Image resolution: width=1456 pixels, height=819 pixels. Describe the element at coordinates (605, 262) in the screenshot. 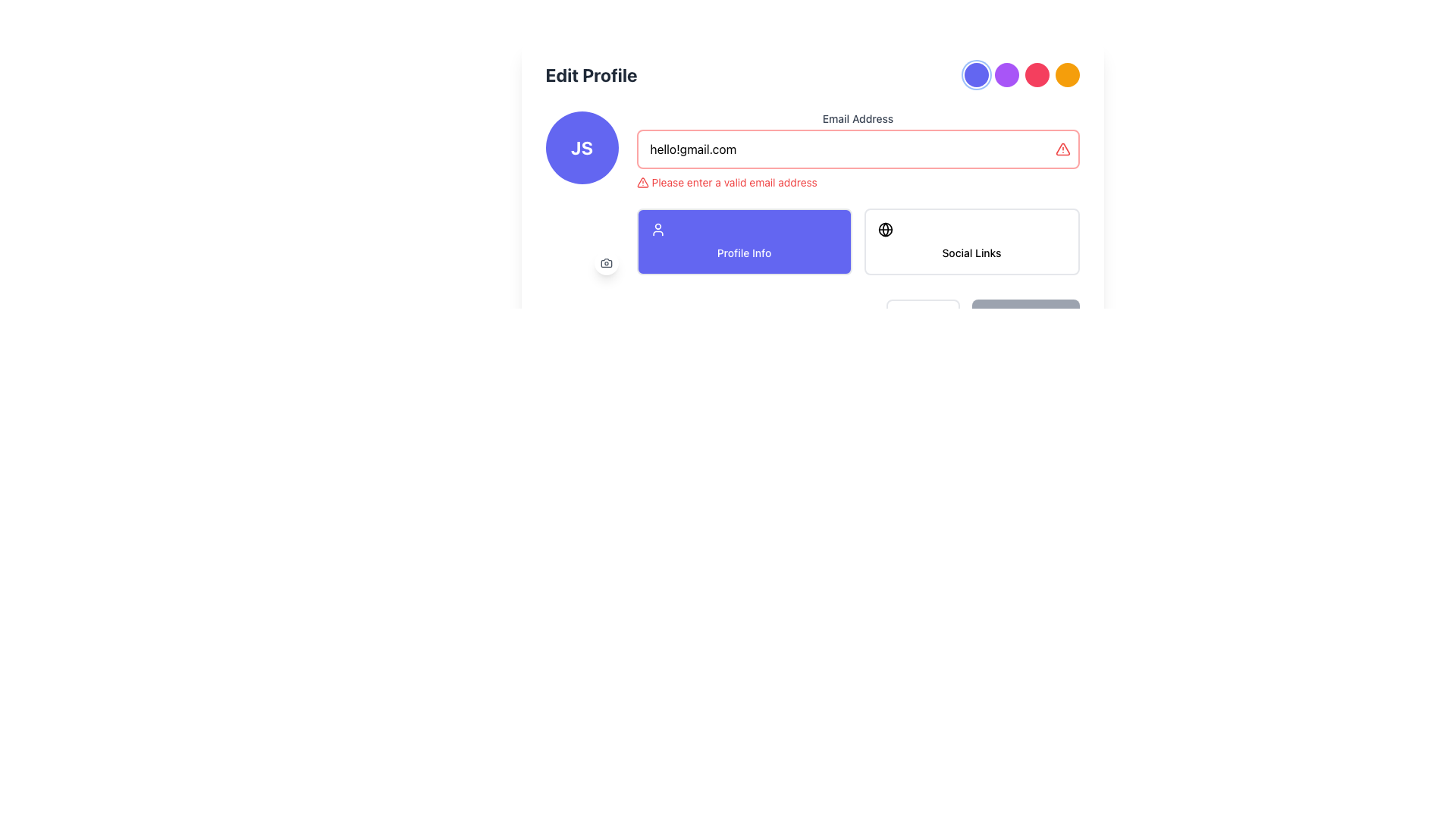

I see `the small circular button with a camera icon located at the bottom-right corner of the circular profile picture displaying the initials 'JS'` at that location.